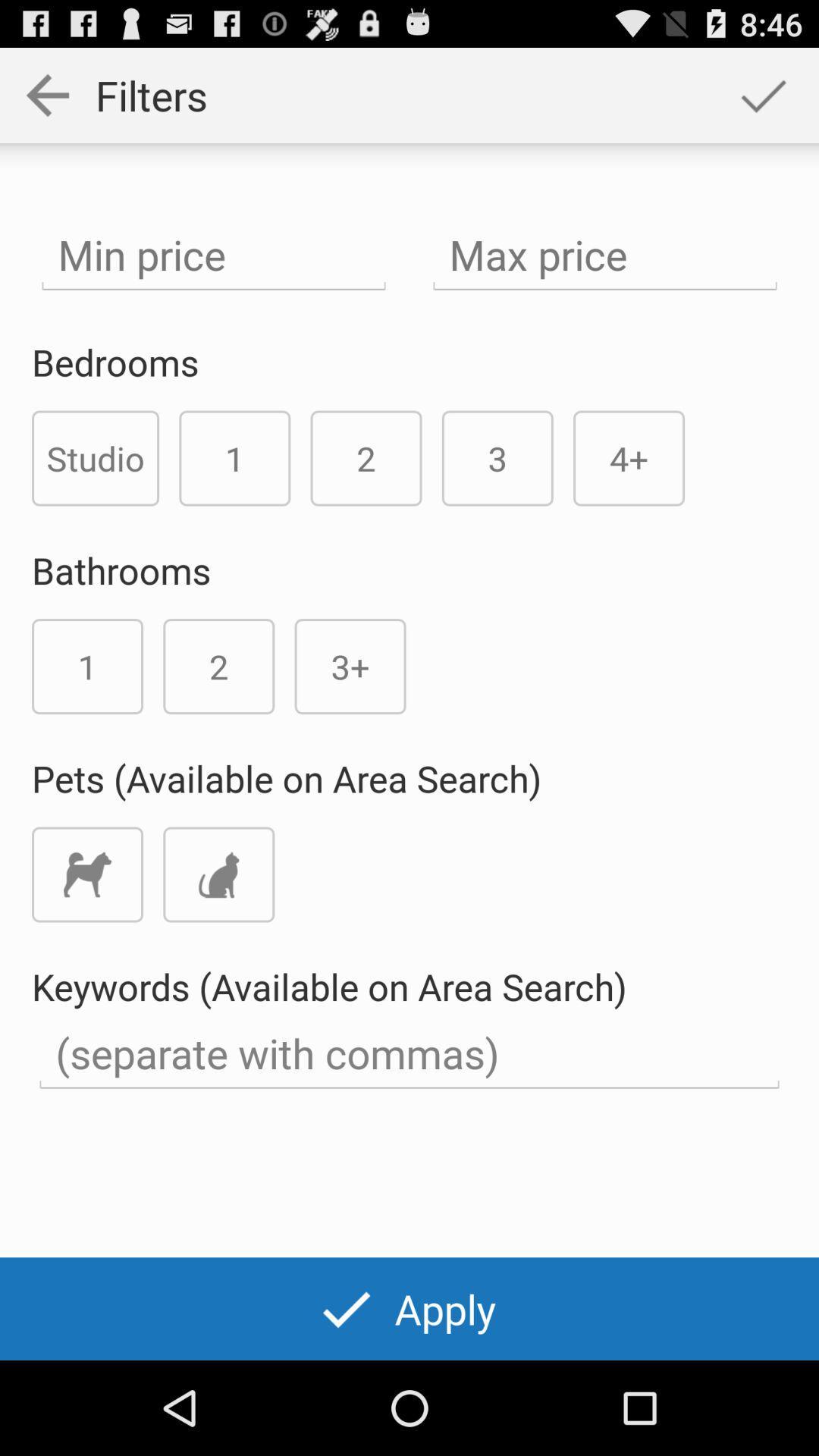 The height and width of the screenshot is (1456, 819). What do you see at coordinates (234, 457) in the screenshot?
I see `number 1 which is next to studio` at bounding box center [234, 457].